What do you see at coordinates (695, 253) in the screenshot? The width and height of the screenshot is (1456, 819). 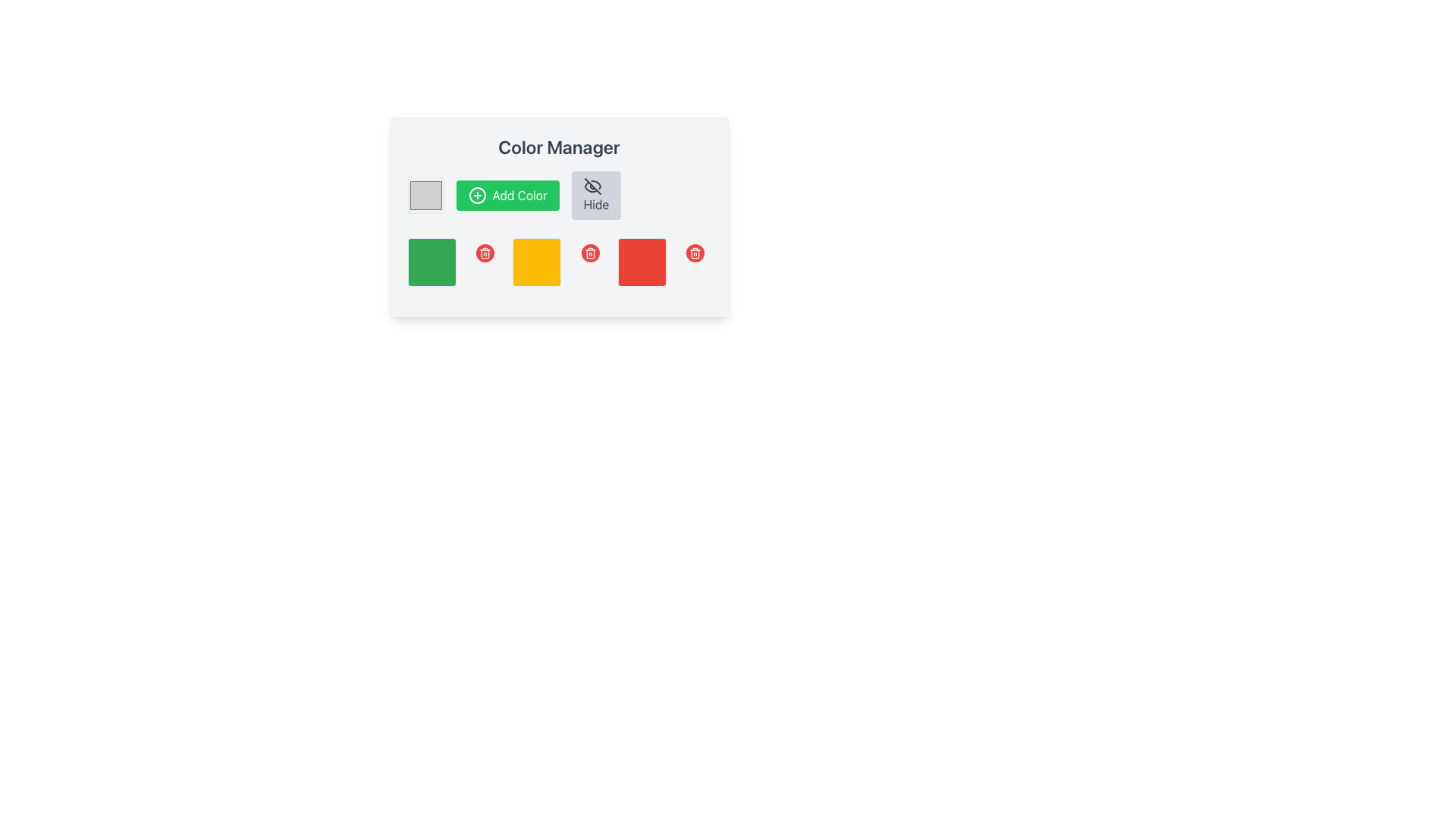 I see `the delete button located at the top-right corner of a colored square` at bounding box center [695, 253].